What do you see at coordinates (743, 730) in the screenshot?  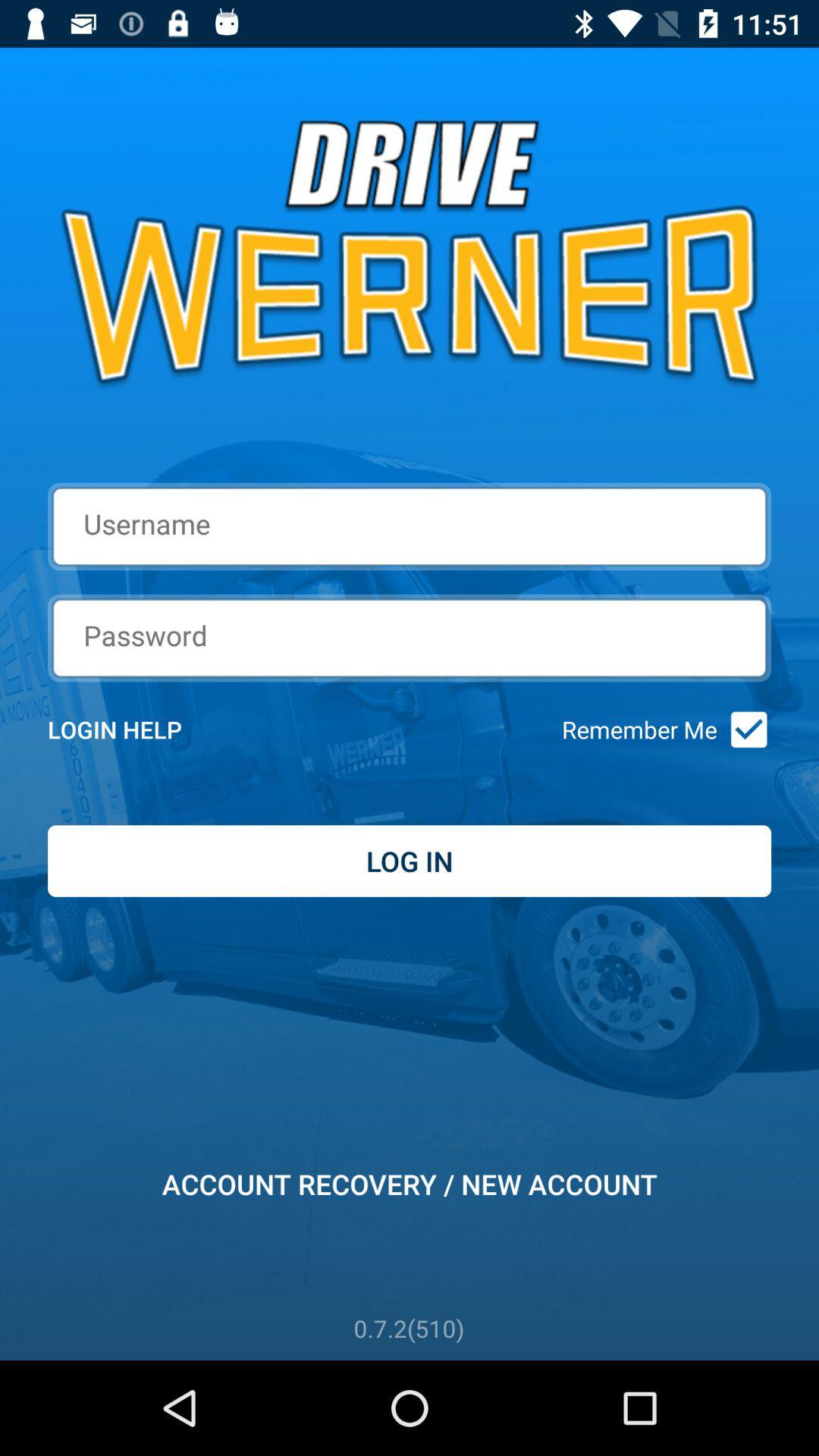 I see `the icon next to the remember me item` at bounding box center [743, 730].